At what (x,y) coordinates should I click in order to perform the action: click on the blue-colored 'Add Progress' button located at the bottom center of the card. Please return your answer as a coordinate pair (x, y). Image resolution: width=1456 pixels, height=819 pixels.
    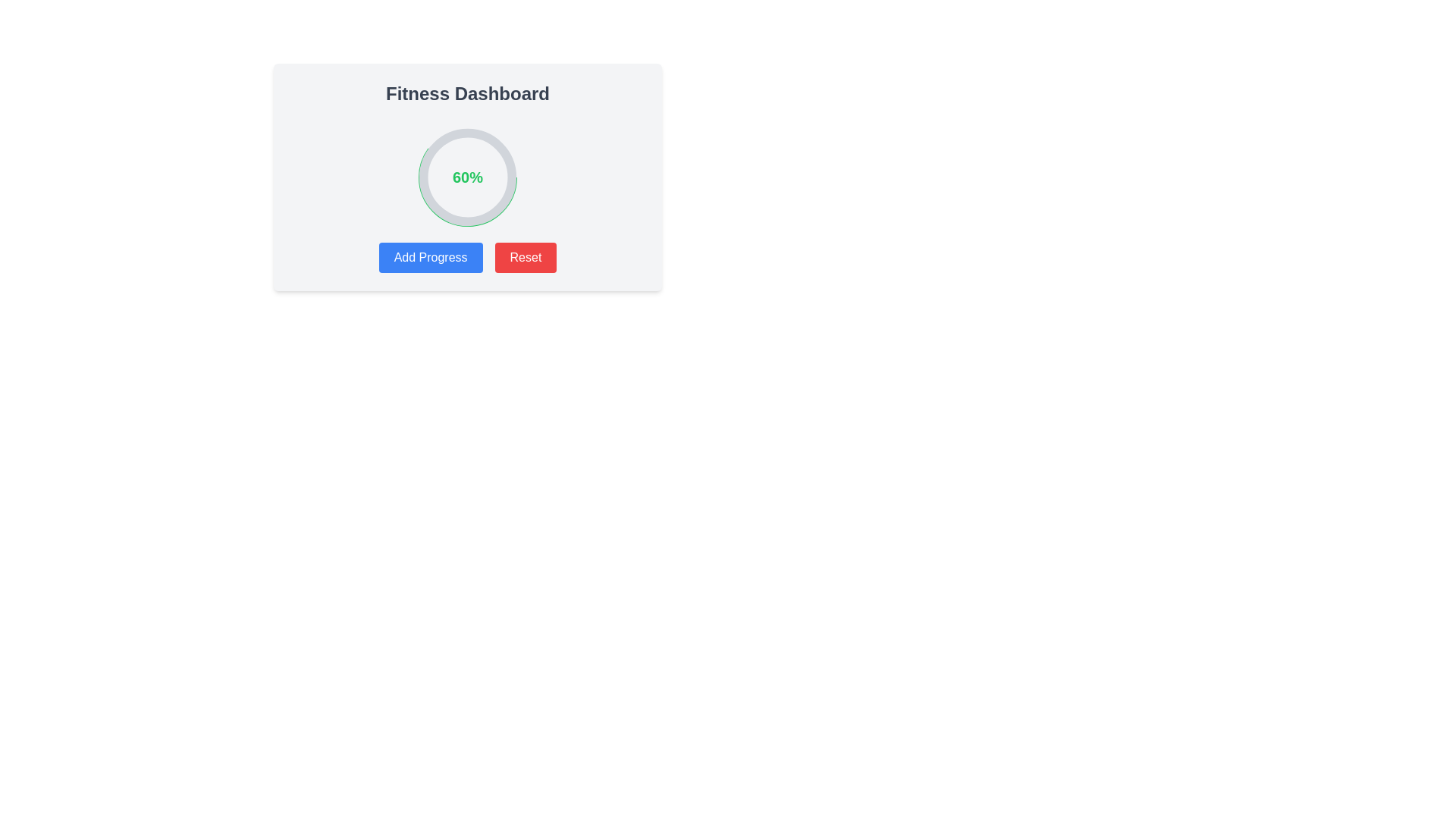
    Looking at the image, I should click on (466, 256).